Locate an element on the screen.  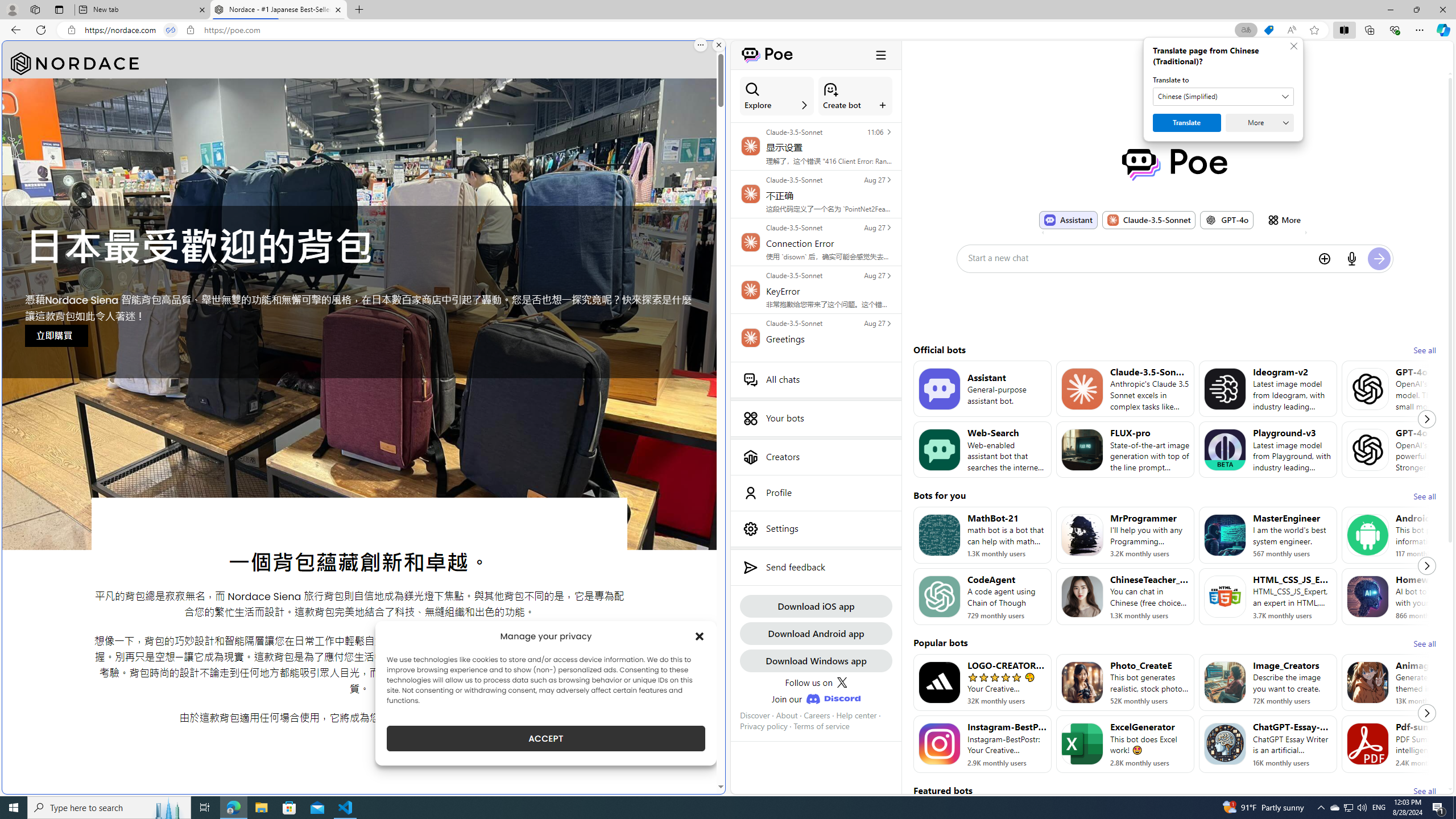
'Bot image for Web-Search' is located at coordinates (938, 449).